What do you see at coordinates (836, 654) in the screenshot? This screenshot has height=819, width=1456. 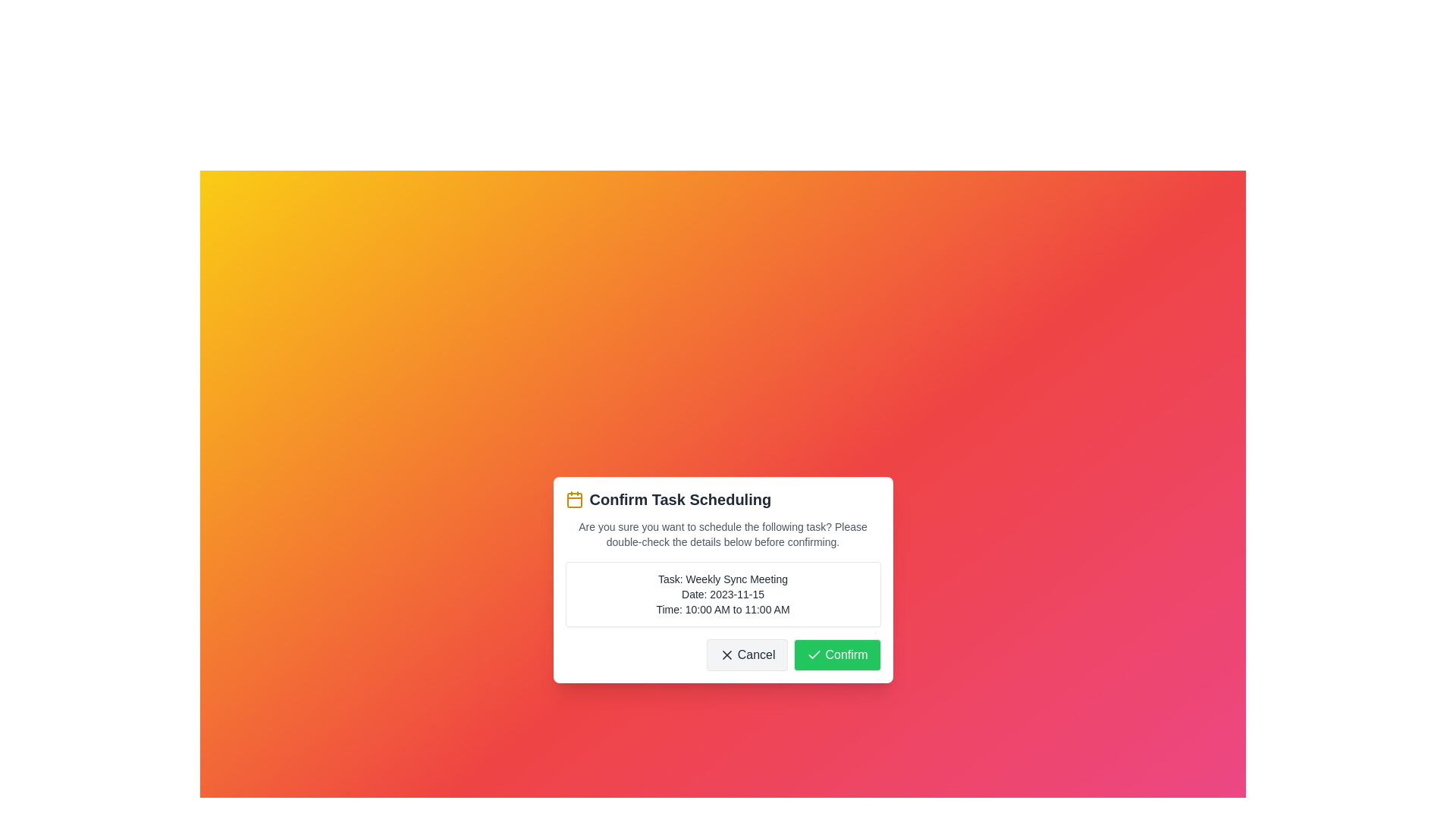 I see `the green 'Confirm' button with rounded corners and a white border, which is the second button in the dialog interface, to trigger the hover effect` at bounding box center [836, 654].